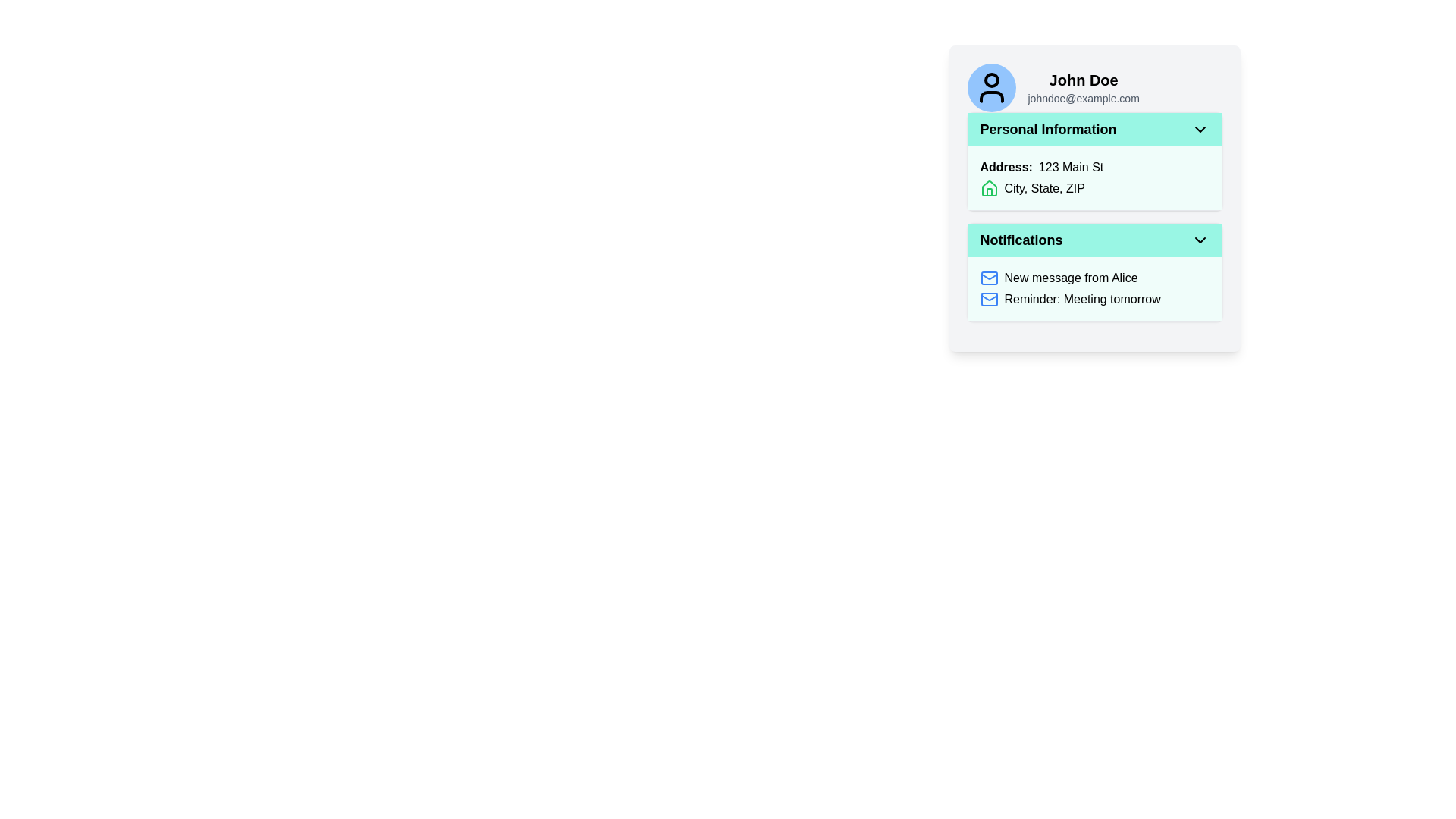 Image resolution: width=1456 pixels, height=819 pixels. What do you see at coordinates (989, 299) in the screenshot?
I see `the envelope icon with a blue outline located in the 'Notifications' section, positioned to the left of the text 'Reminder: Meeting tomorrow.'` at bounding box center [989, 299].